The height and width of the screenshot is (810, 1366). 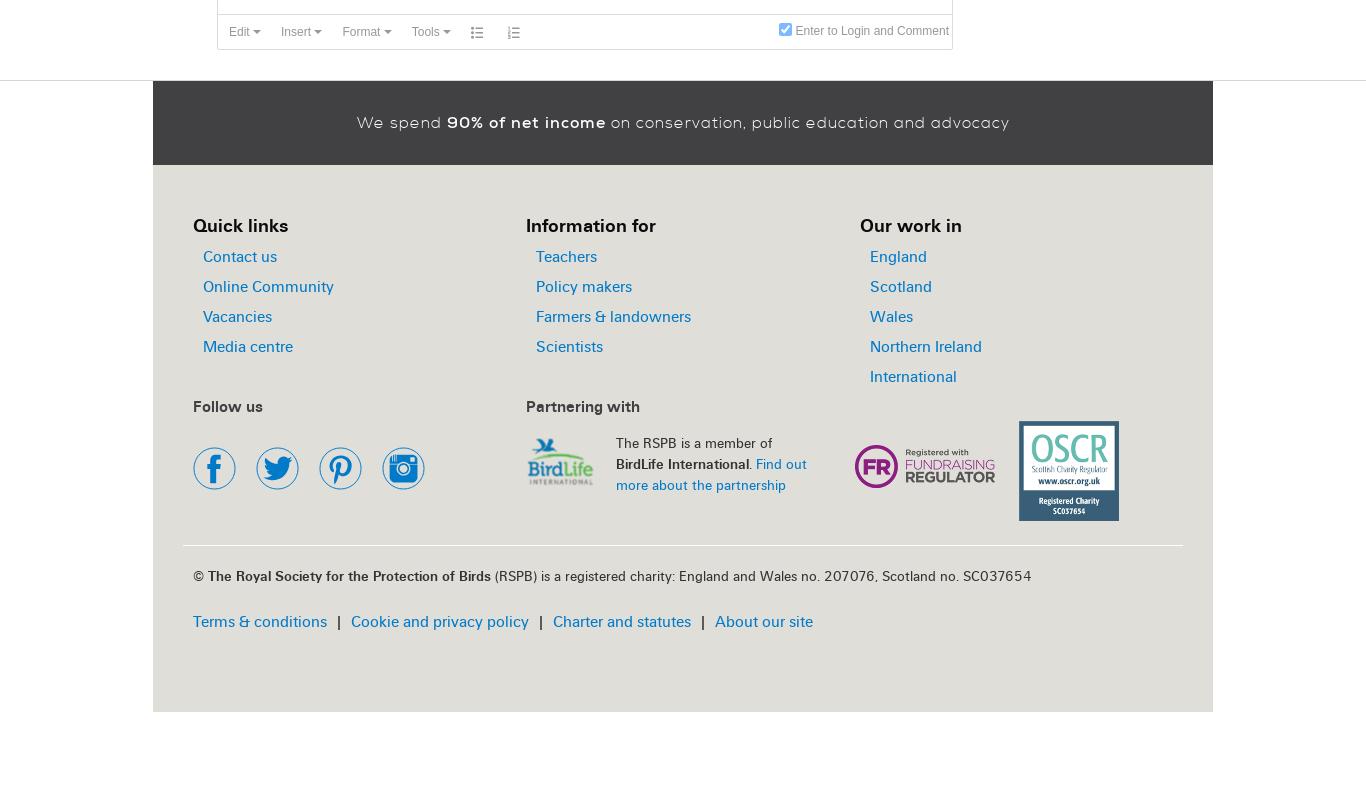 What do you see at coordinates (296, 31) in the screenshot?
I see `'Insert'` at bounding box center [296, 31].